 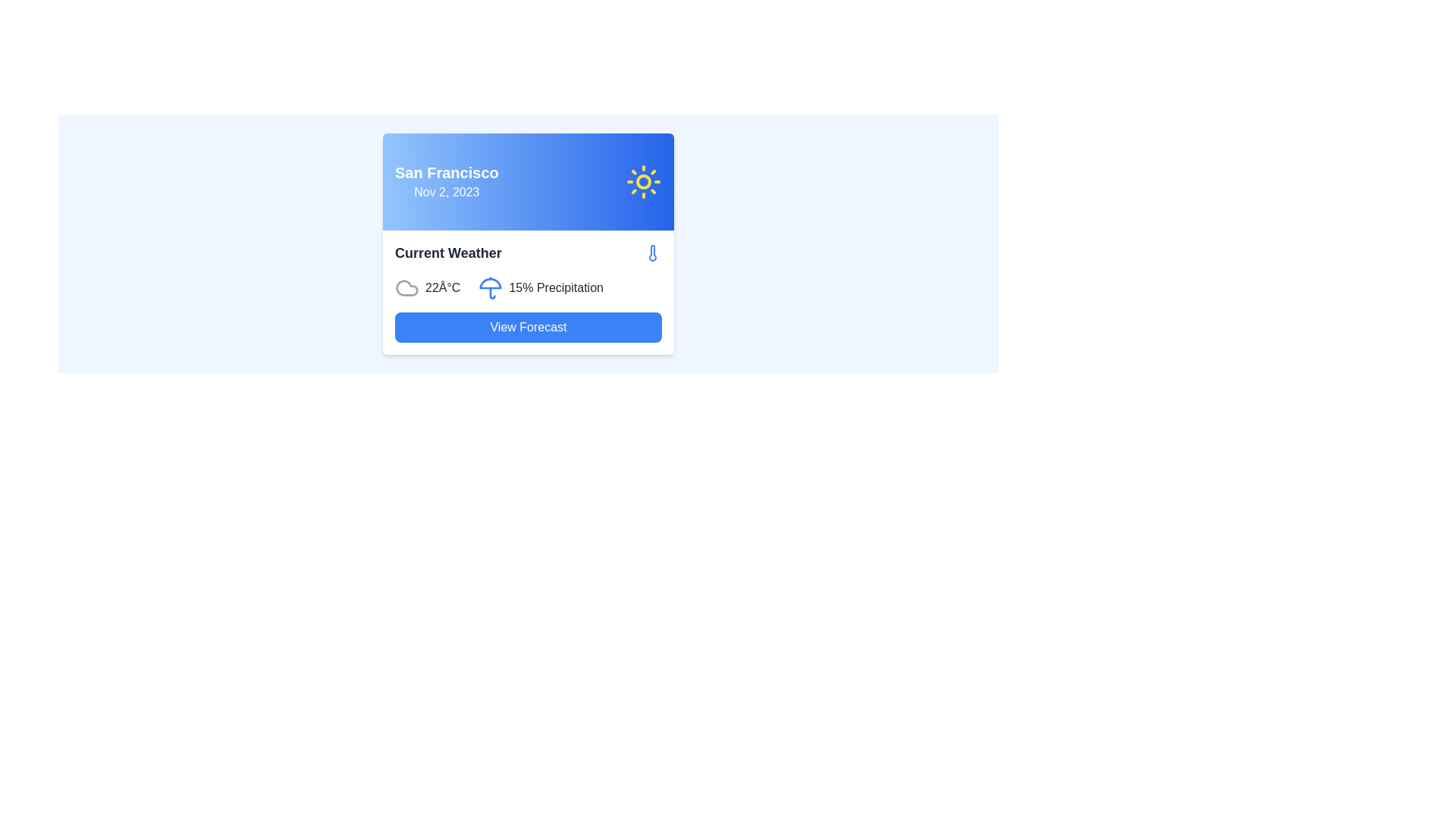 What do you see at coordinates (491, 284) in the screenshot?
I see `the umbrella icon representing weather-related themes, positioned centrally in the upper half of its bounding box` at bounding box center [491, 284].